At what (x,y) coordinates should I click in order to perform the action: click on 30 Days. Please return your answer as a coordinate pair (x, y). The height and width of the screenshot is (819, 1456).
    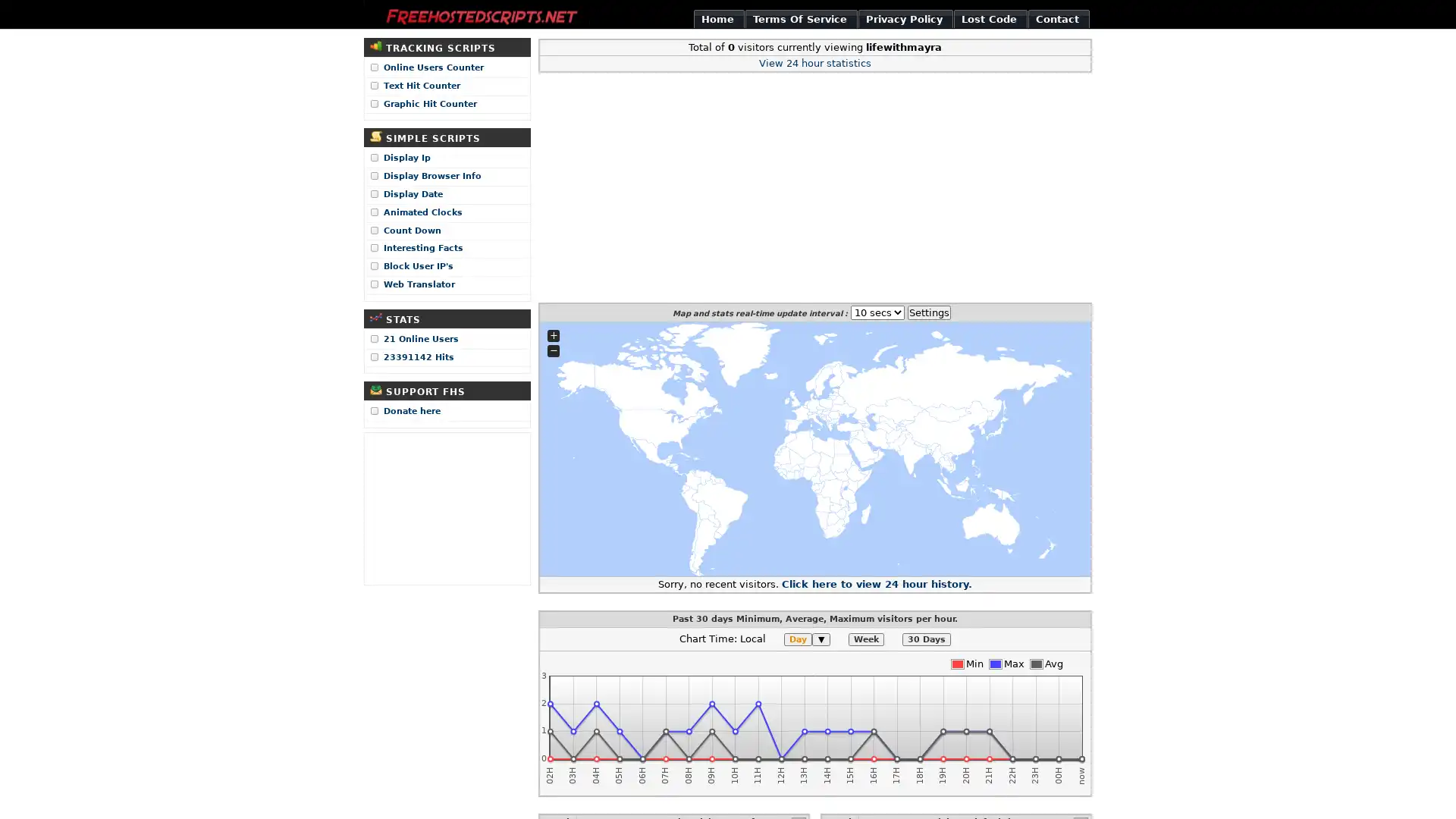
    Looking at the image, I should click on (926, 639).